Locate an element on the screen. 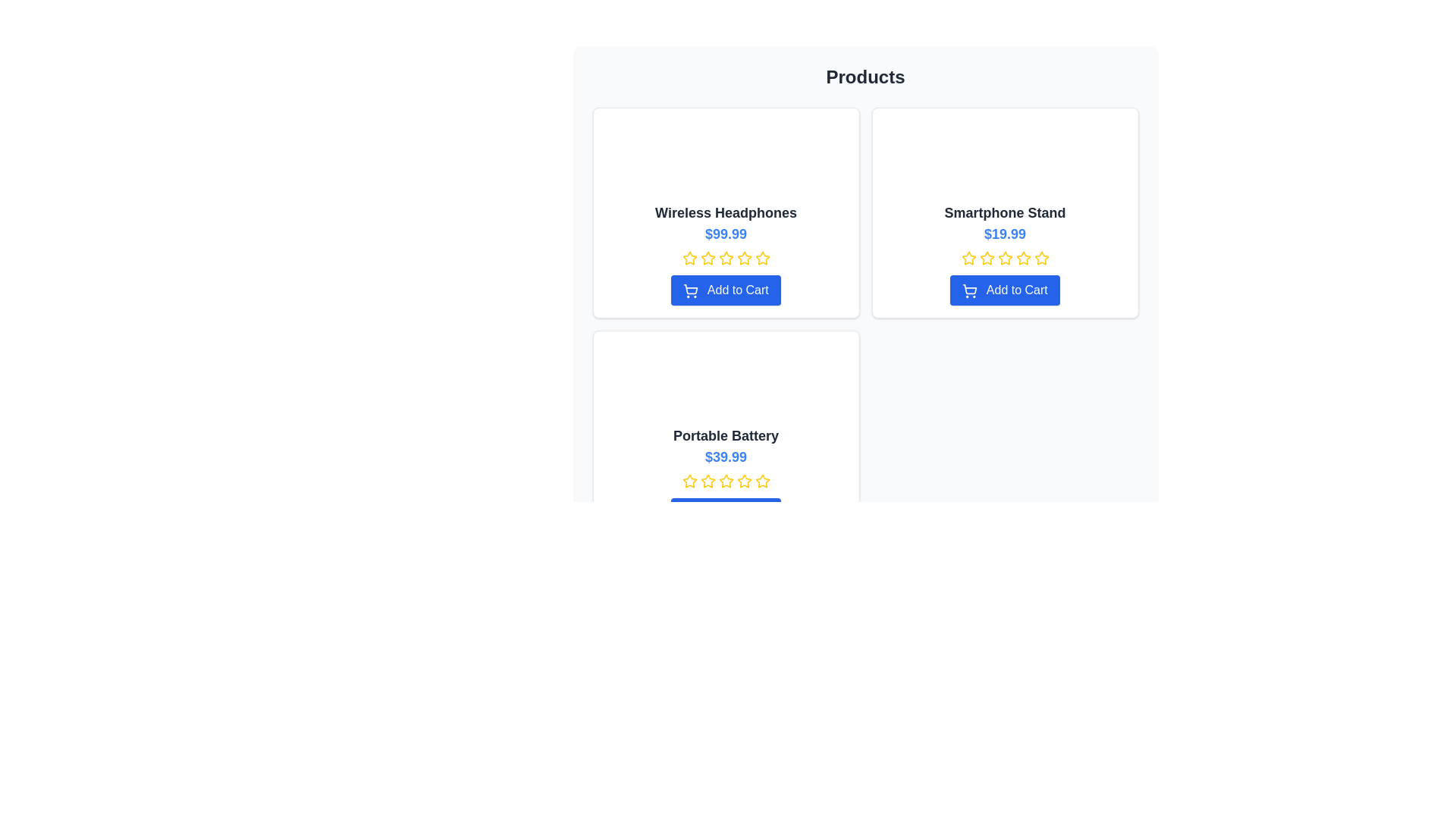  the yellow five-pointed star icon that represents the second rating level for the 'Smartphone Stand' product is located at coordinates (987, 257).